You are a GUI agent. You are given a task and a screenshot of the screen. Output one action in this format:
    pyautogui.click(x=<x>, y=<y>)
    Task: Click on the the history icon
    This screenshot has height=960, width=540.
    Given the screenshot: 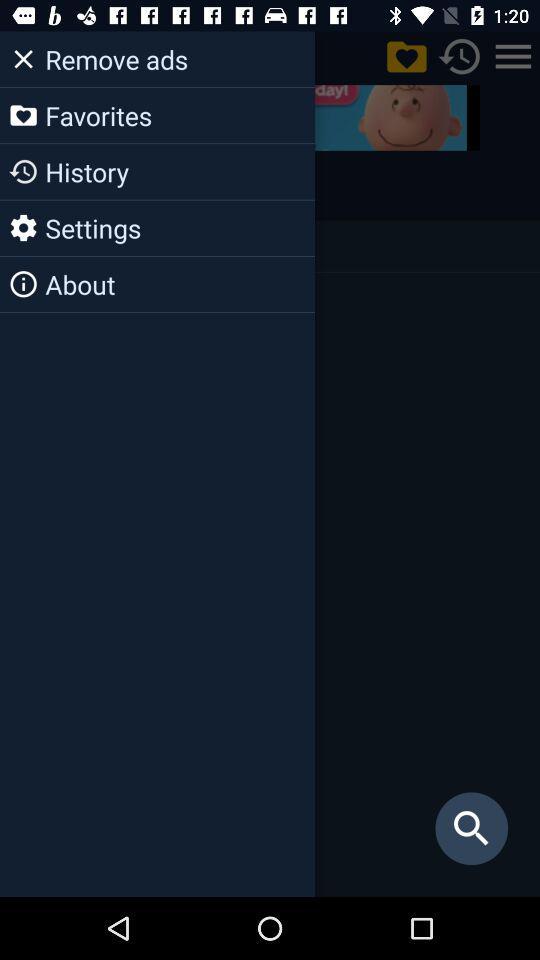 What is the action you would take?
    pyautogui.click(x=460, y=55)
    